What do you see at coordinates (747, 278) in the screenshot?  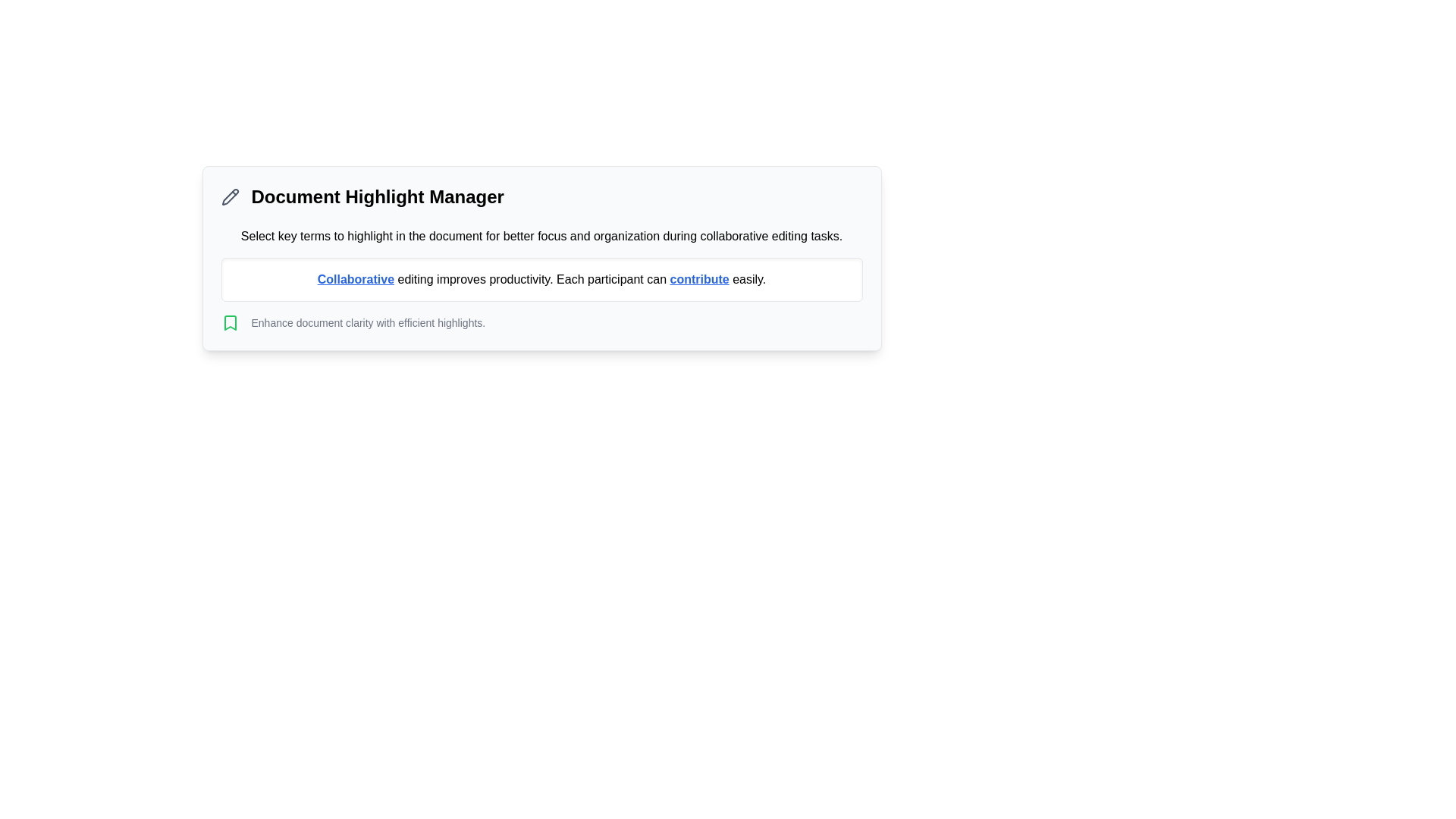 I see `on the word 'easily.' which is the last word in a sentence styled in default font without additional styling` at bounding box center [747, 278].